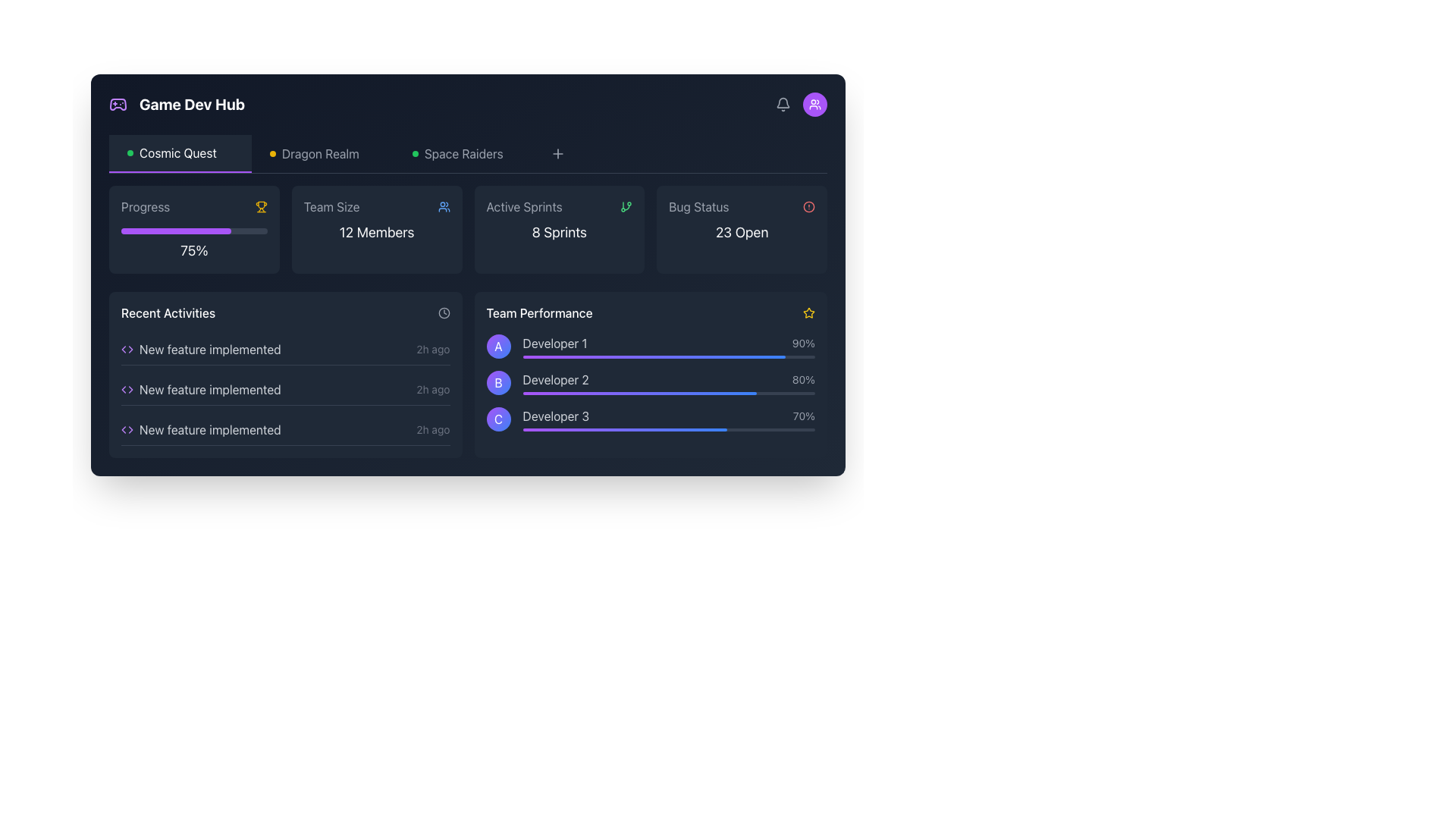 Image resolution: width=1456 pixels, height=819 pixels. I want to click on 'Developer 3' badge located in the bottom-right section of the 'Team Performance' panel, which serves as a label for a team member, so click(498, 419).